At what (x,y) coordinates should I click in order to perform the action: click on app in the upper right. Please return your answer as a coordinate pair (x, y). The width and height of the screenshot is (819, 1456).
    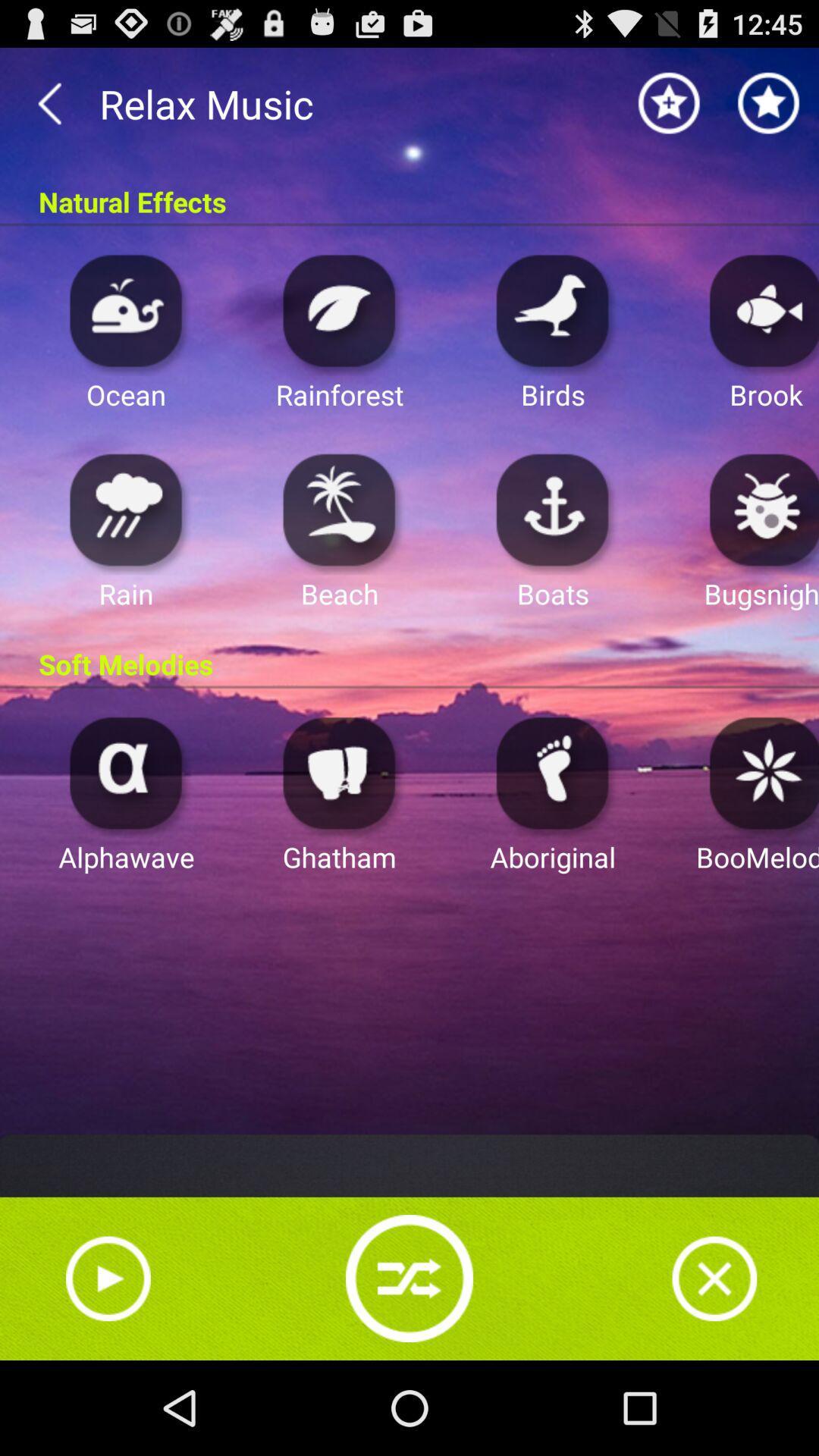
    Looking at the image, I should click on (760, 309).